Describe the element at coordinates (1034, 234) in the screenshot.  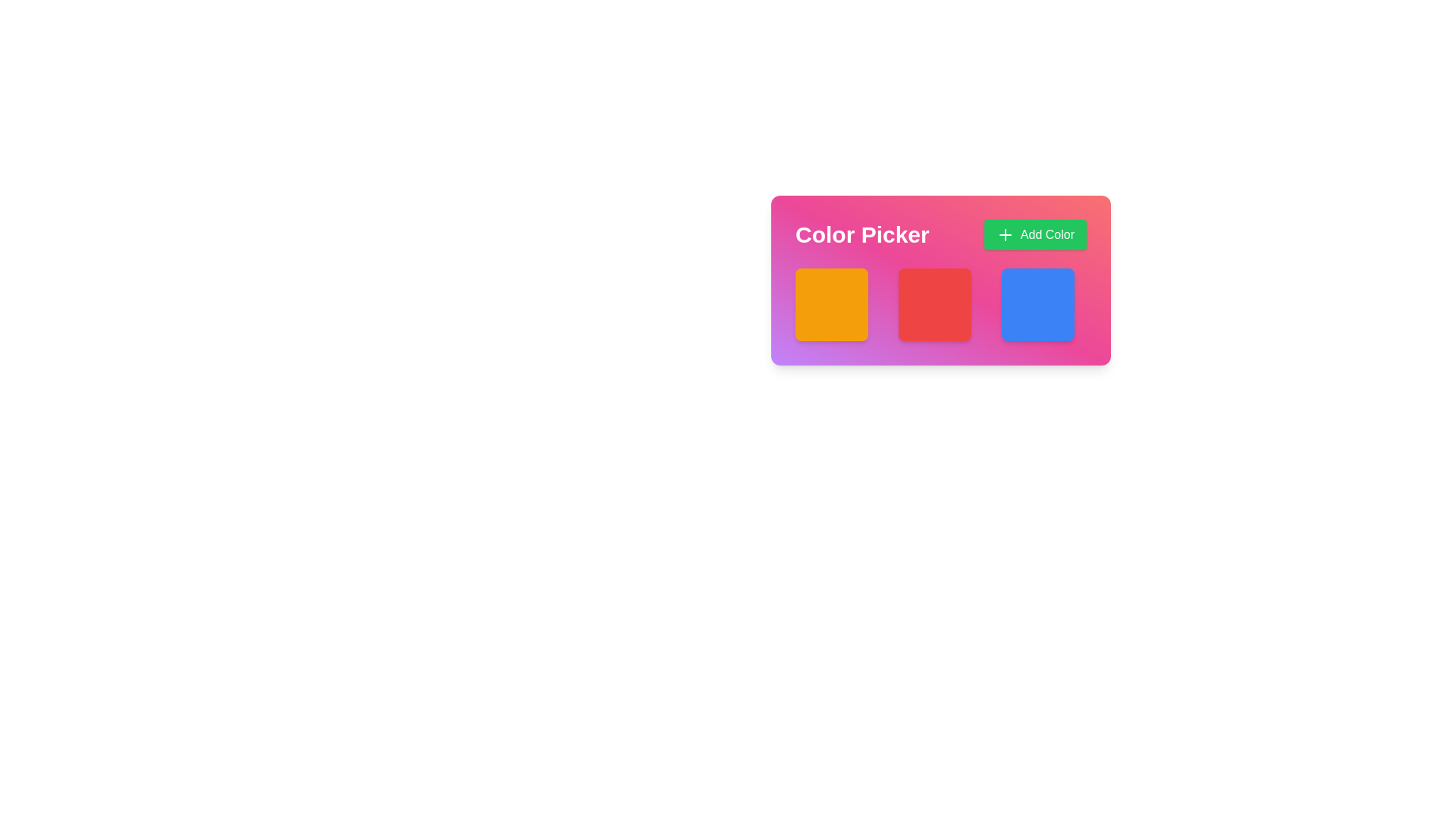
I see `the green 'Add Color' button with rounded corners and a white plus icon` at that location.